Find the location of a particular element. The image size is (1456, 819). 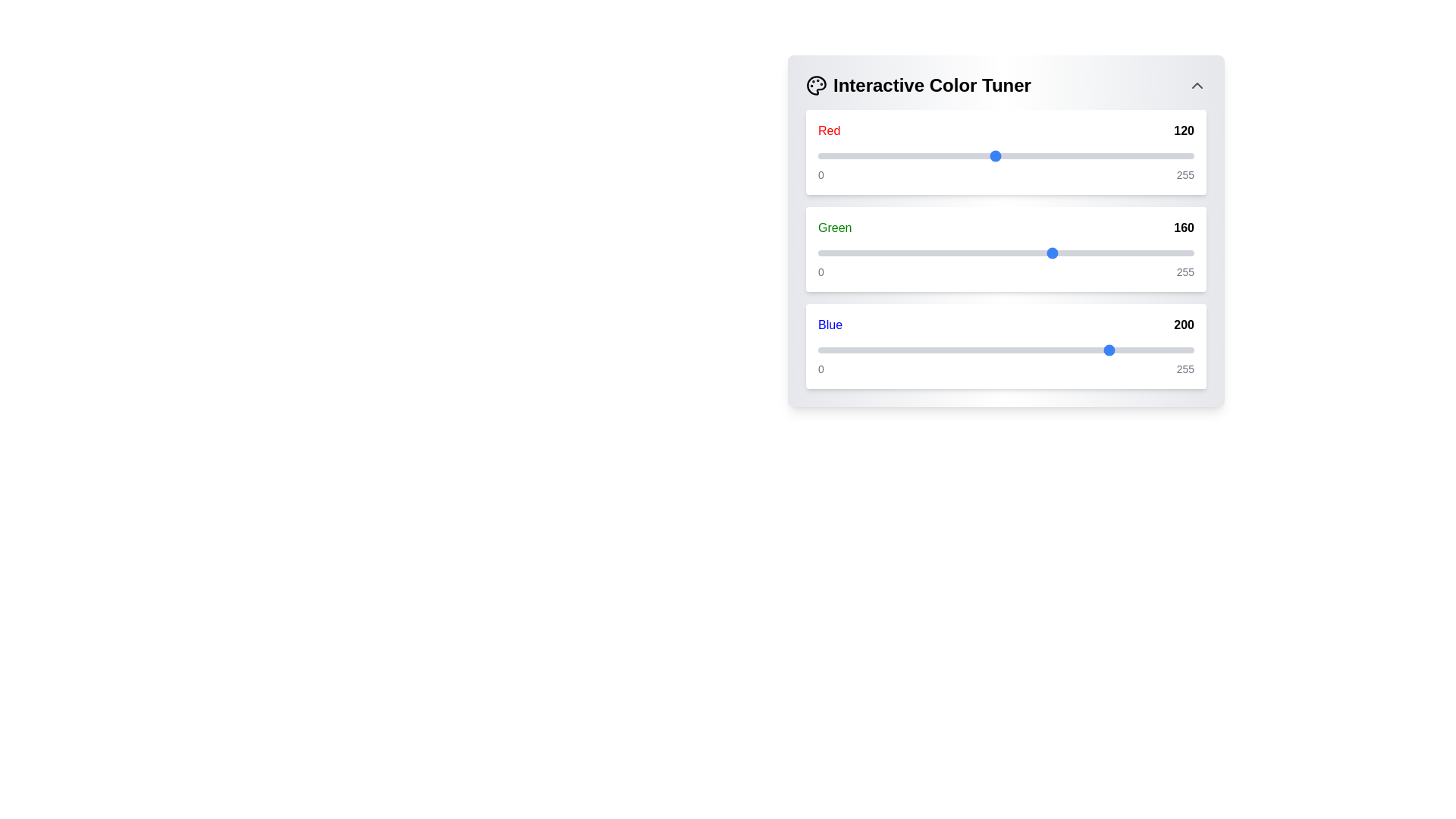

label indicating the minimum and maximum values (0 and 255) for the slider located below the 'Blue' slider, centered horizontally is located at coordinates (1006, 369).